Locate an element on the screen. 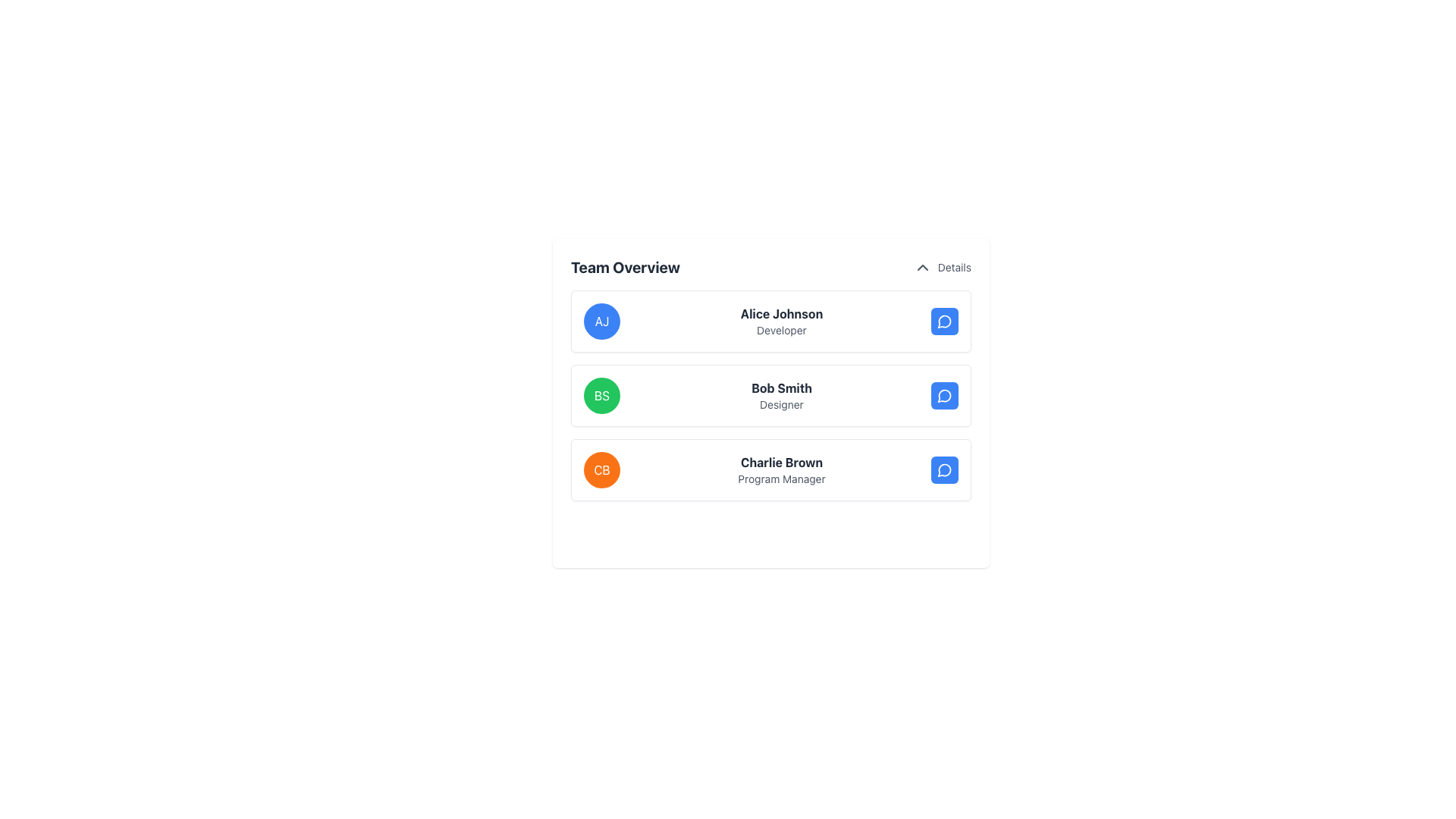  the speech bubble icon located inside the blue button in the last column of the third row beside the 'Charlie Brown' team member's details to initiate chat is located at coordinates (944, 469).